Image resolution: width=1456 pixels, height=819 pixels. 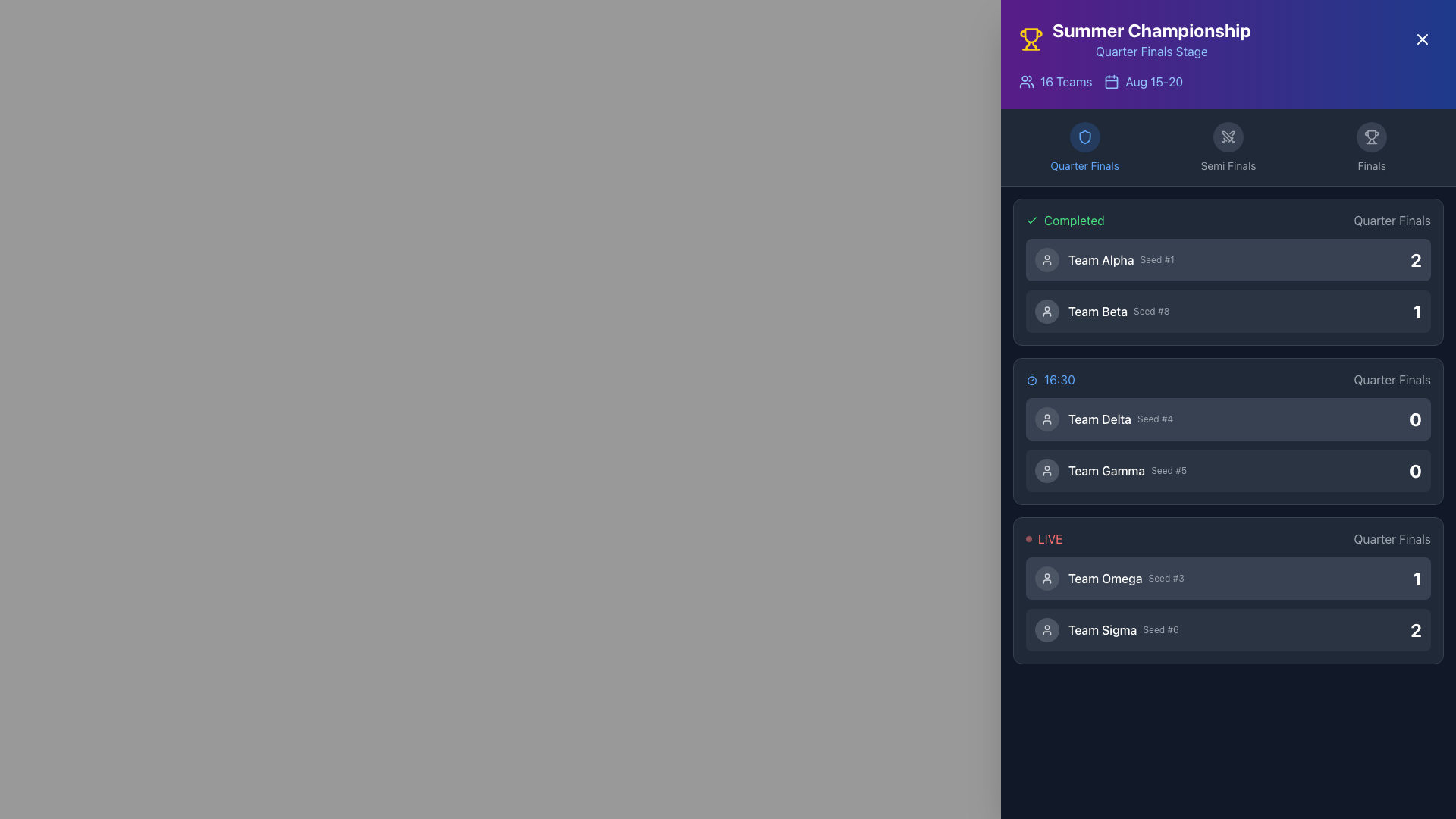 I want to click on the Text Label indicating the stage of the event associated with the match details, which is positioned to the right of the time '16:30' in the match details section, so click(x=1392, y=379).